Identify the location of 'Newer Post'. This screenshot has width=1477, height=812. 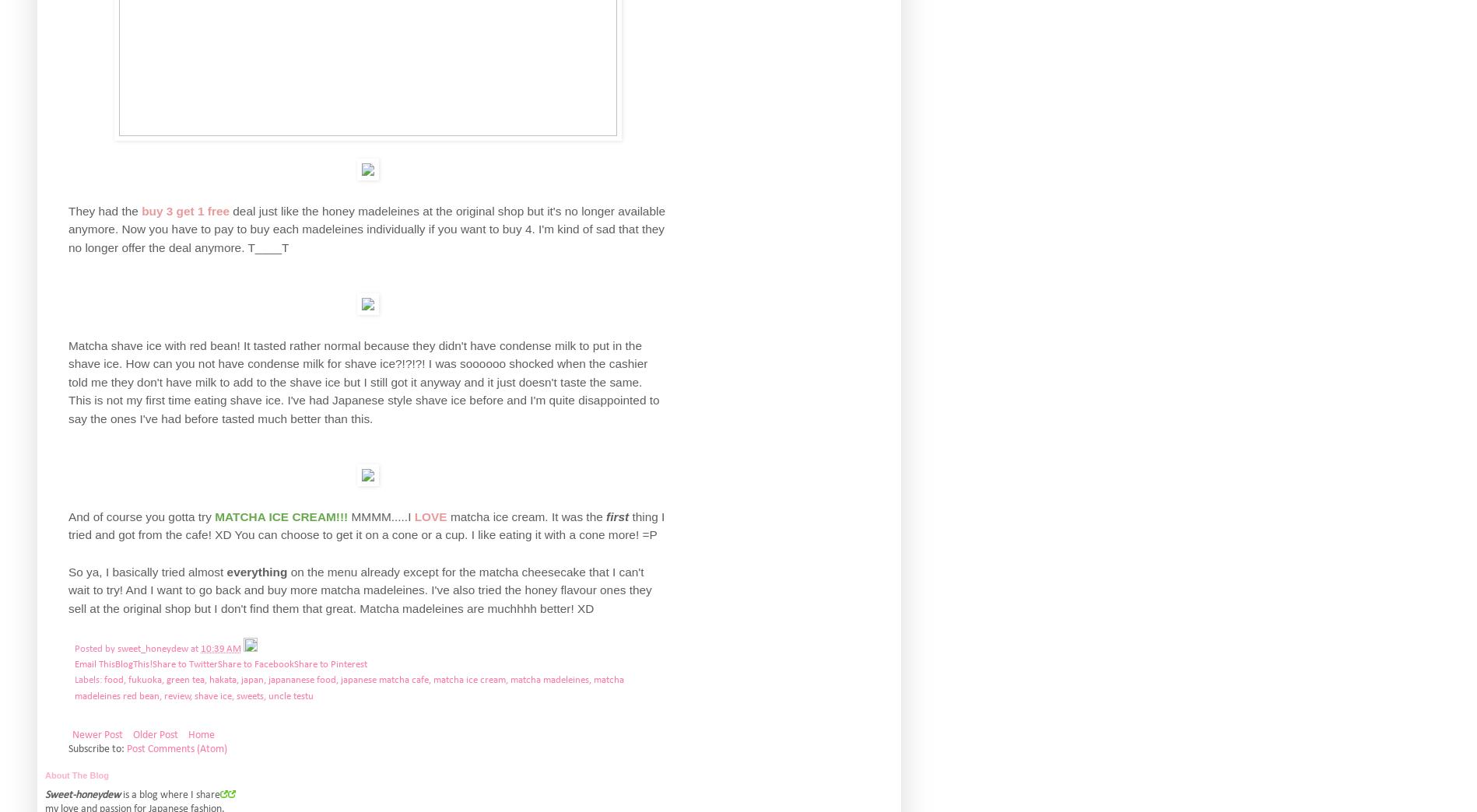
(97, 733).